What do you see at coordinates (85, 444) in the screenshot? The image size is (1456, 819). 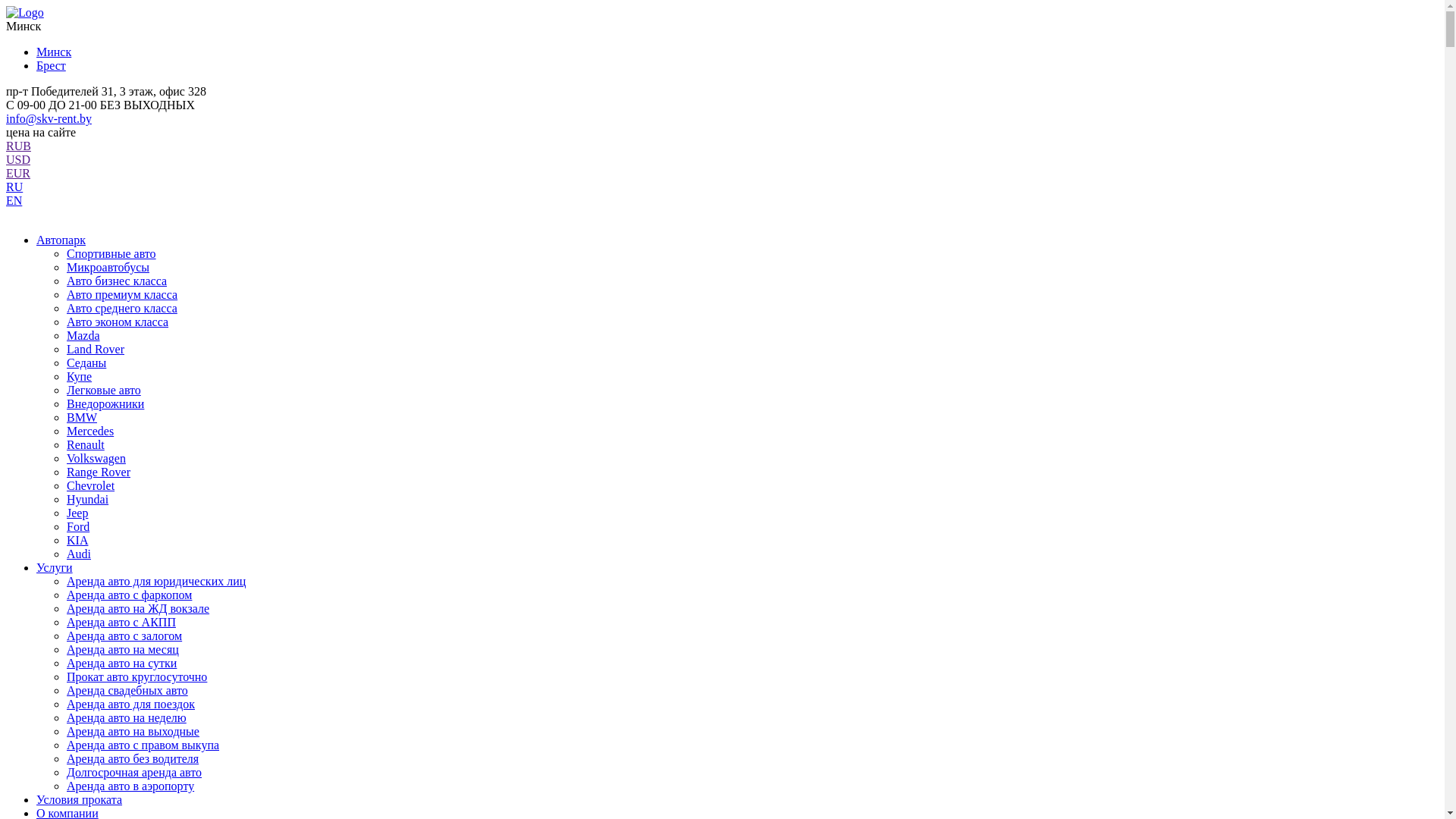 I see `'Renault'` at bounding box center [85, 444].